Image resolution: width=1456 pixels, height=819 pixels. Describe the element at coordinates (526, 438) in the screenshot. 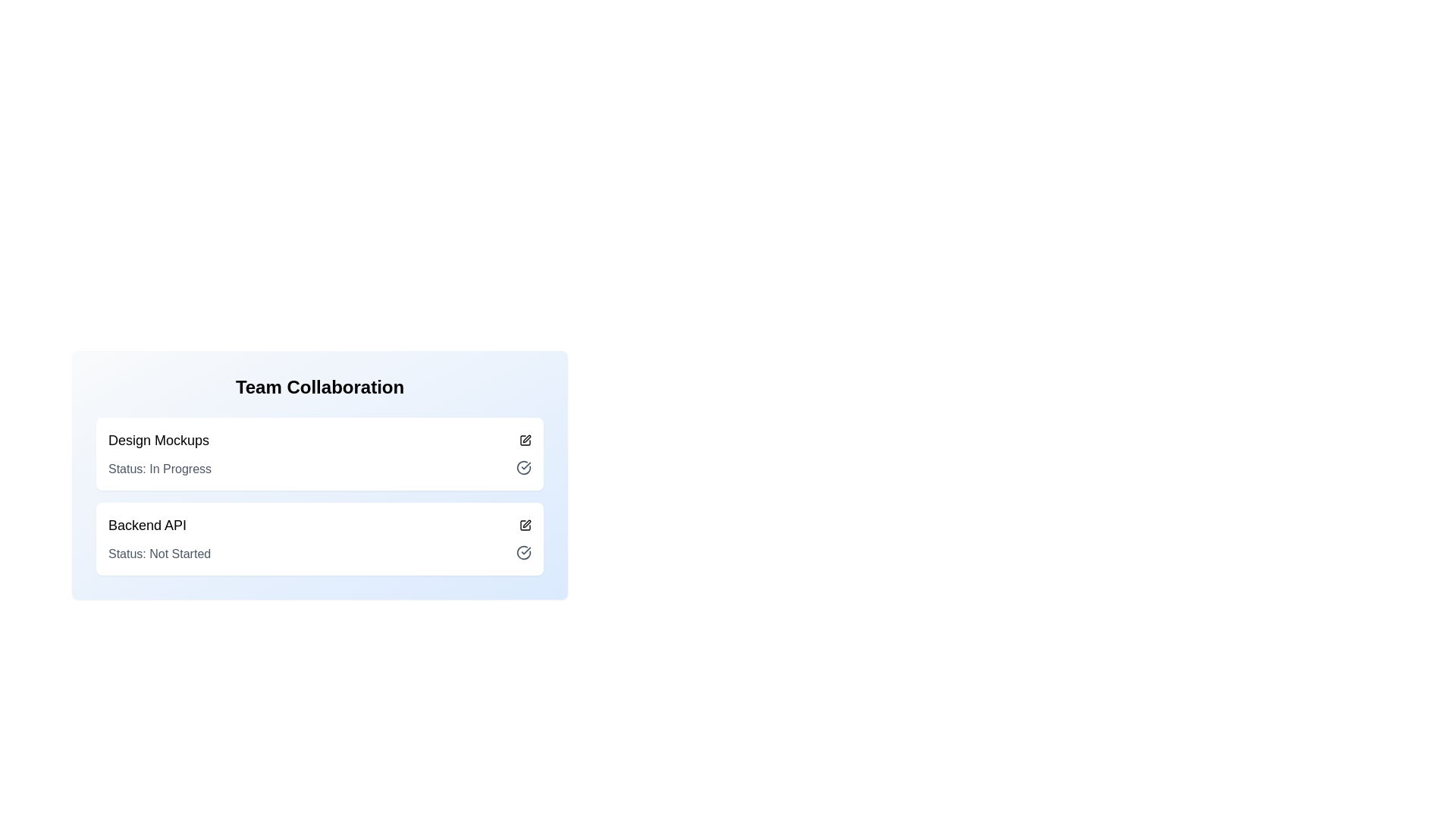

I see `the edit button located on the right-hand side of the 'Design Mockups' section` at that location.